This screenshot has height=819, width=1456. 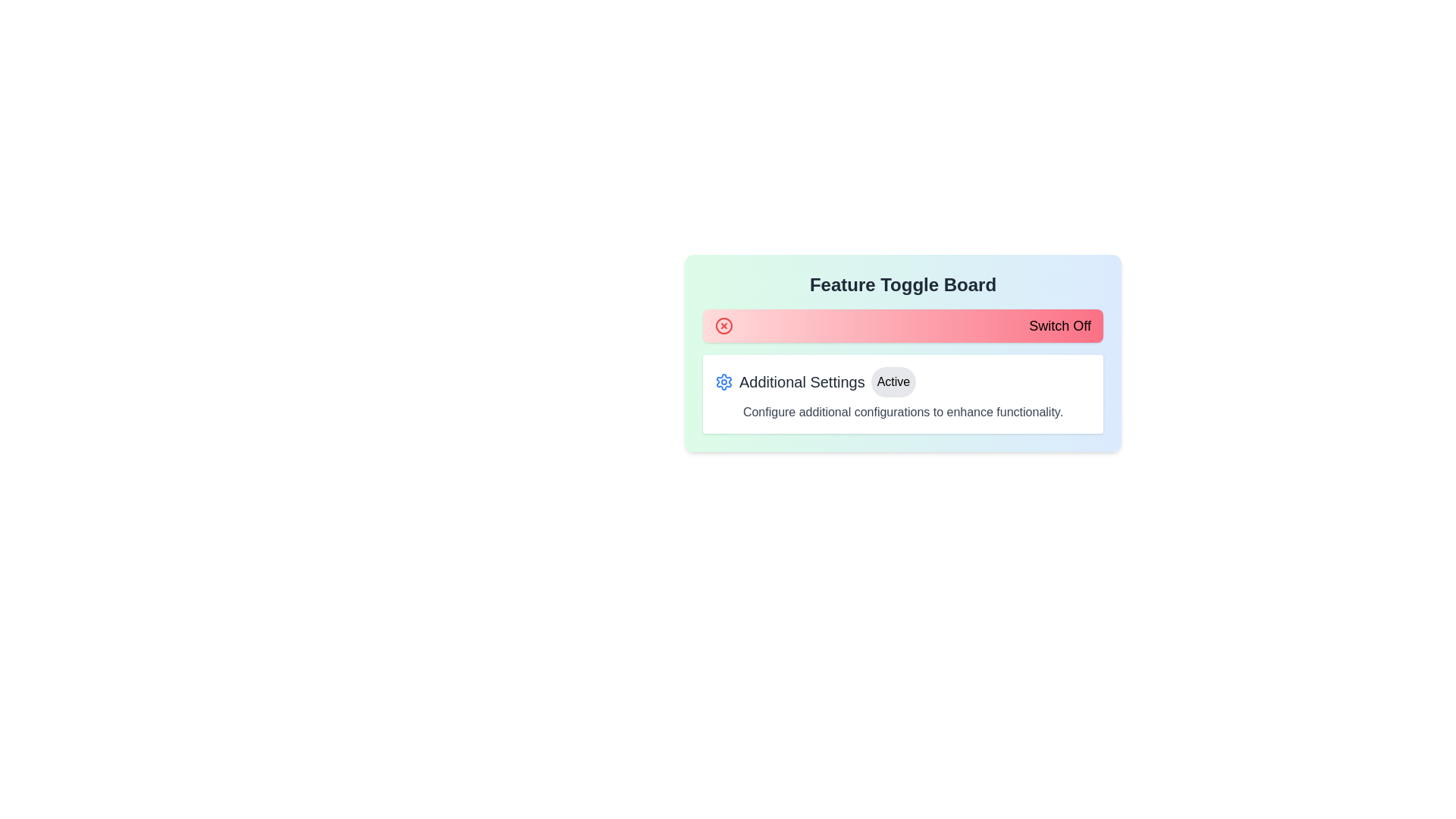 What do you see at coordinates (723, 381) in the screenshot?
I see `the circular light blue settings icon with a gear shape, located on the left side of the 'Additional Settings' label` at bounding box center [723, 381].